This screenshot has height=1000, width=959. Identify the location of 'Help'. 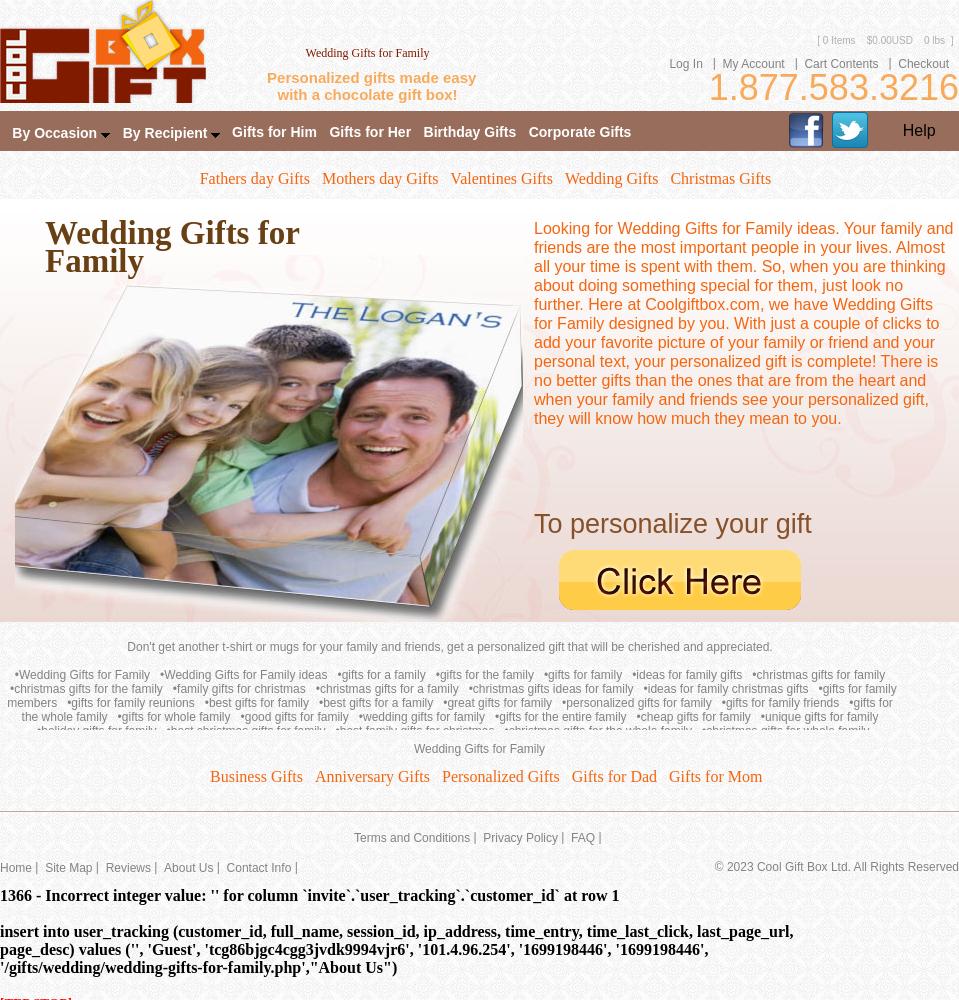
(902, 130).